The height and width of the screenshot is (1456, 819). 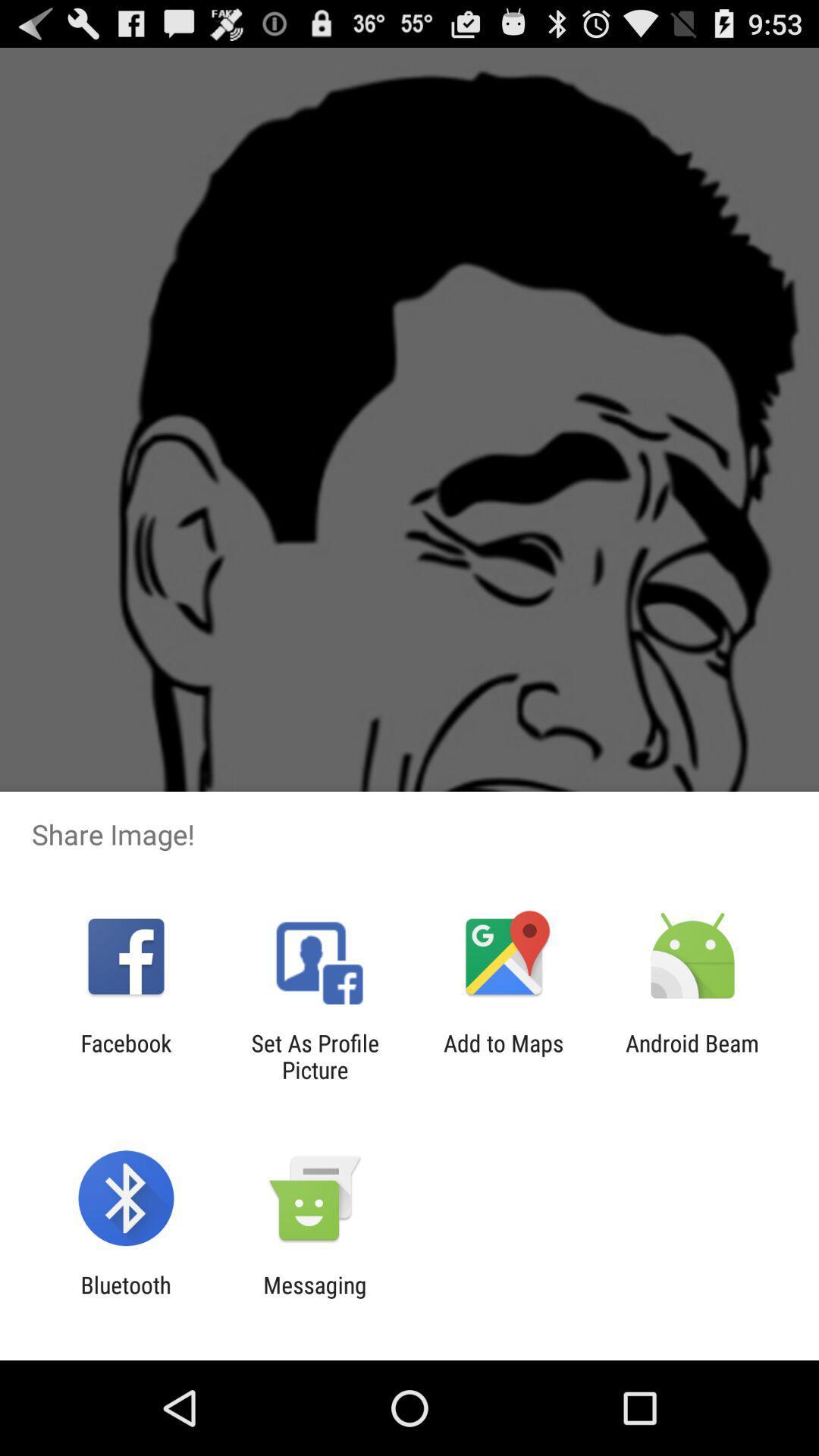 What do you see at coordinates (314, 1056) in the screenshot?
I see `item next to facebook app` at bounding box center [314, 1056].